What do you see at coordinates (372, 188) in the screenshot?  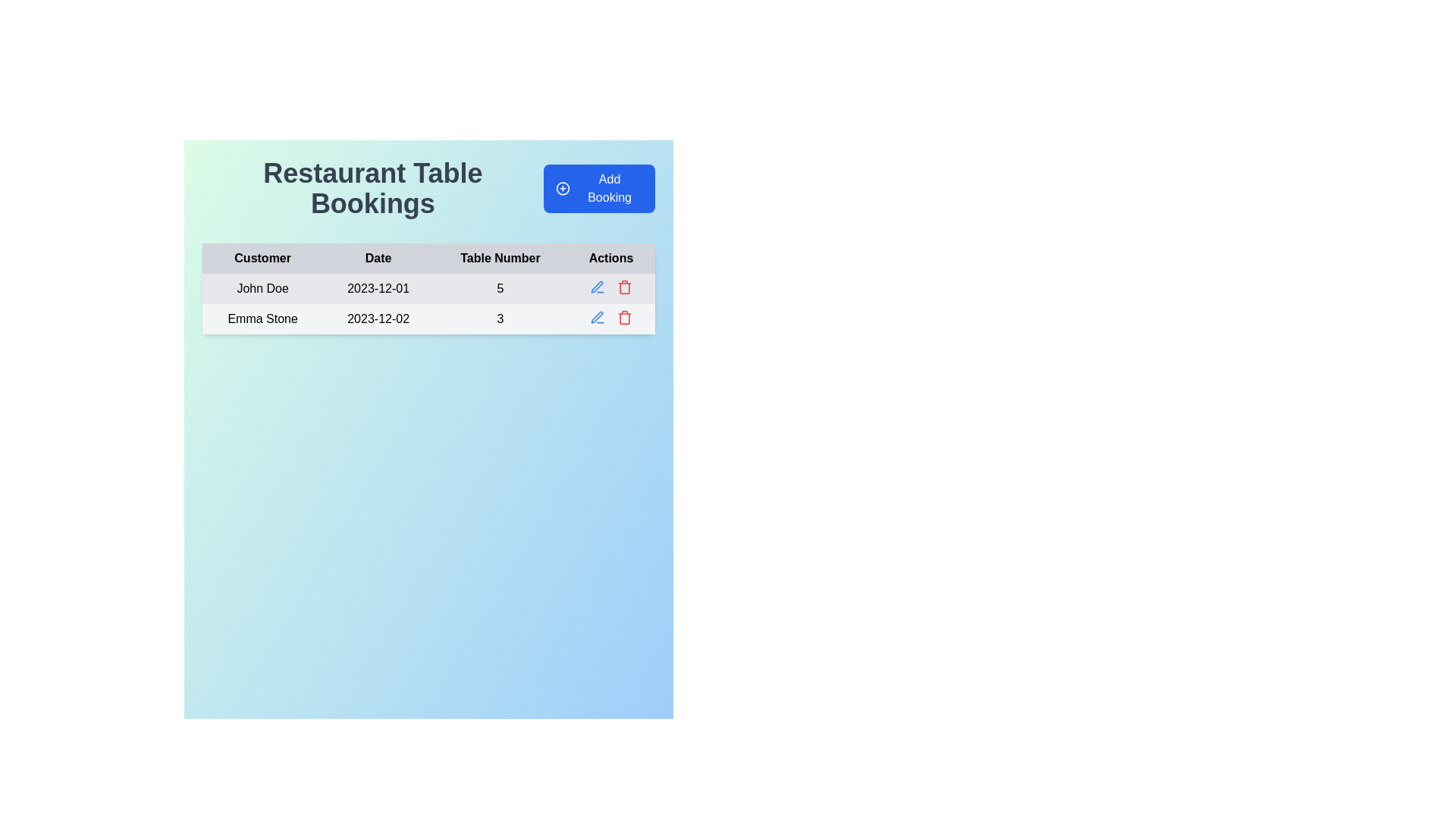 I see `bold header text labeled 'Restaurant Table Bookings' to understand the purpose of the page` at bounding box center [372, 188].